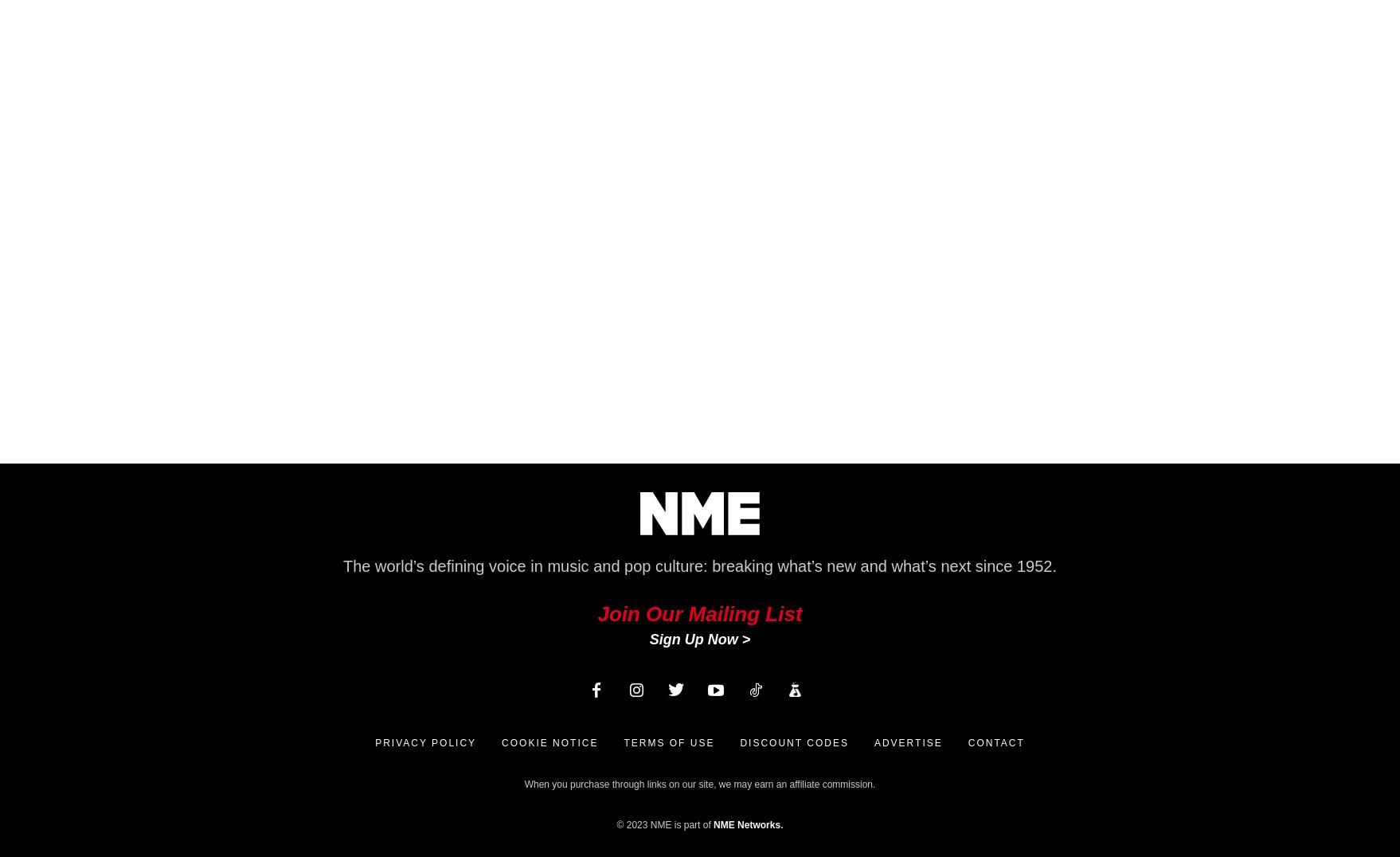 The height and width of the screenshot is (857, 1400). Describe the element at coordinates (780, 824) in the screenshot. I see `'.'` at that location.